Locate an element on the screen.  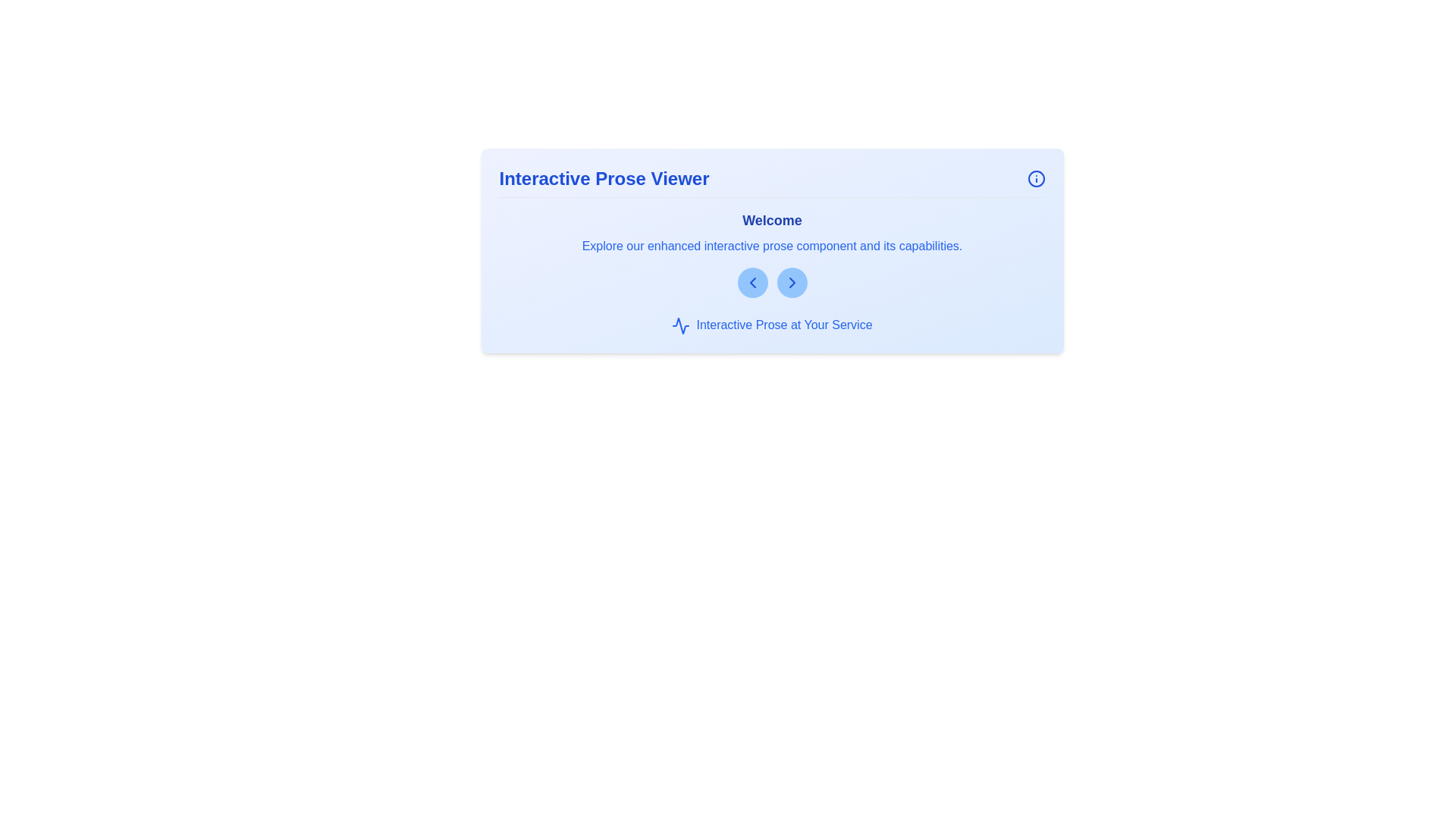
the right-pointing arrow button, which is the second in a group of two horizontal circular buttons, to initiate navigation is located at coordinates (791, 283).